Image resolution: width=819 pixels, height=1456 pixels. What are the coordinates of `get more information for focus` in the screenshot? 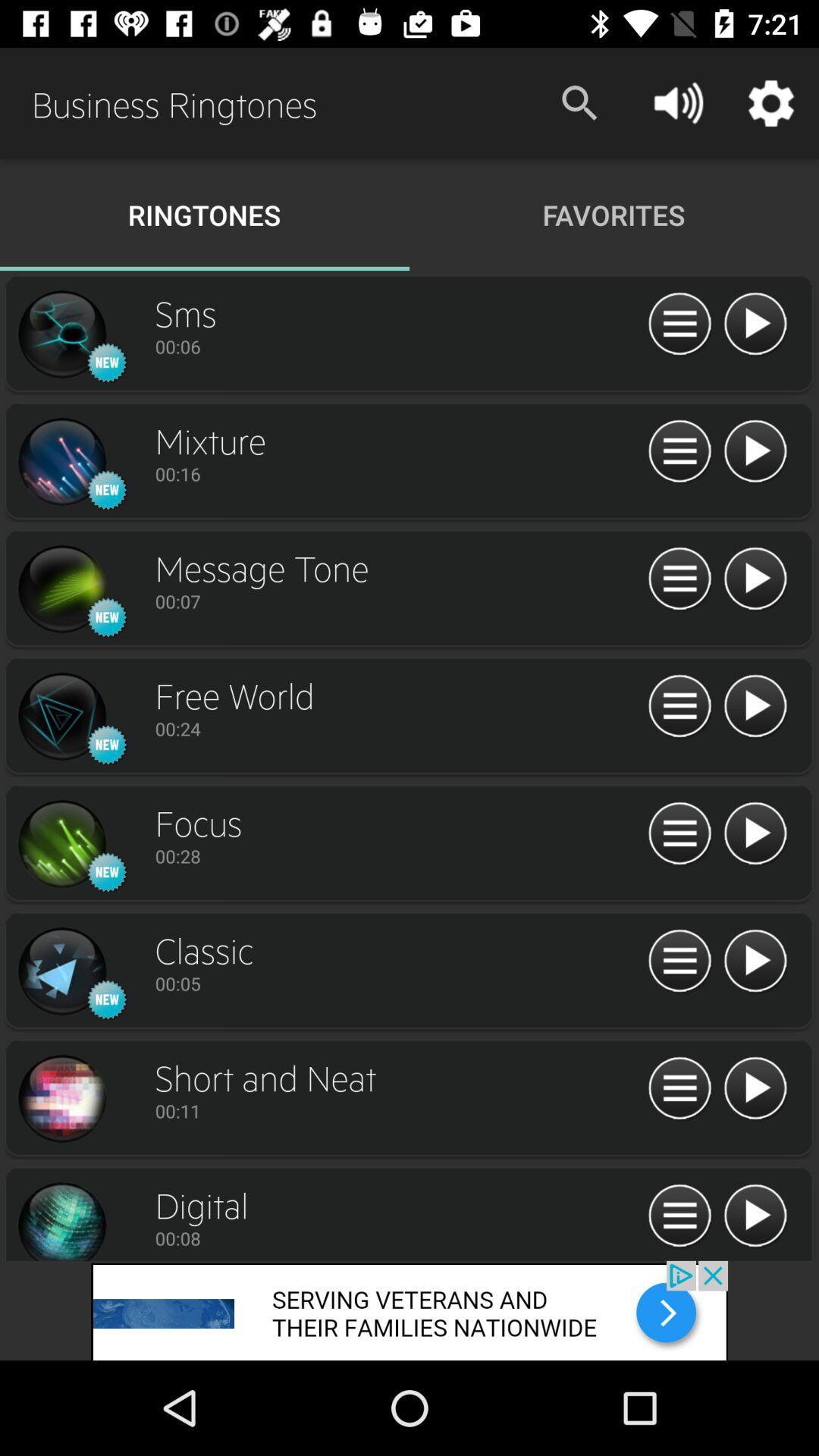 It's located at (679, 833).